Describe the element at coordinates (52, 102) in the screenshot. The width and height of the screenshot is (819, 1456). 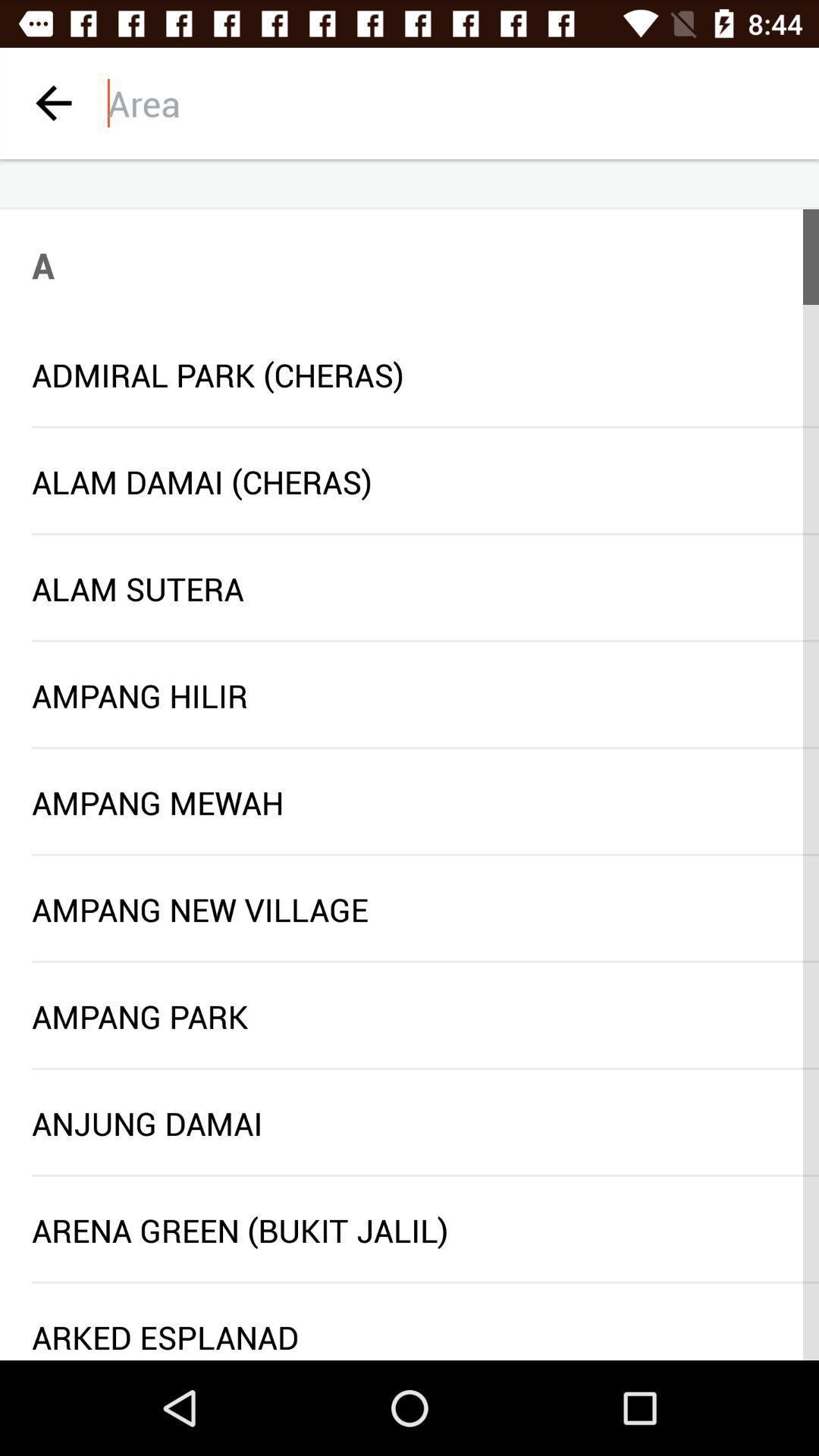
I see `go back` at that location.